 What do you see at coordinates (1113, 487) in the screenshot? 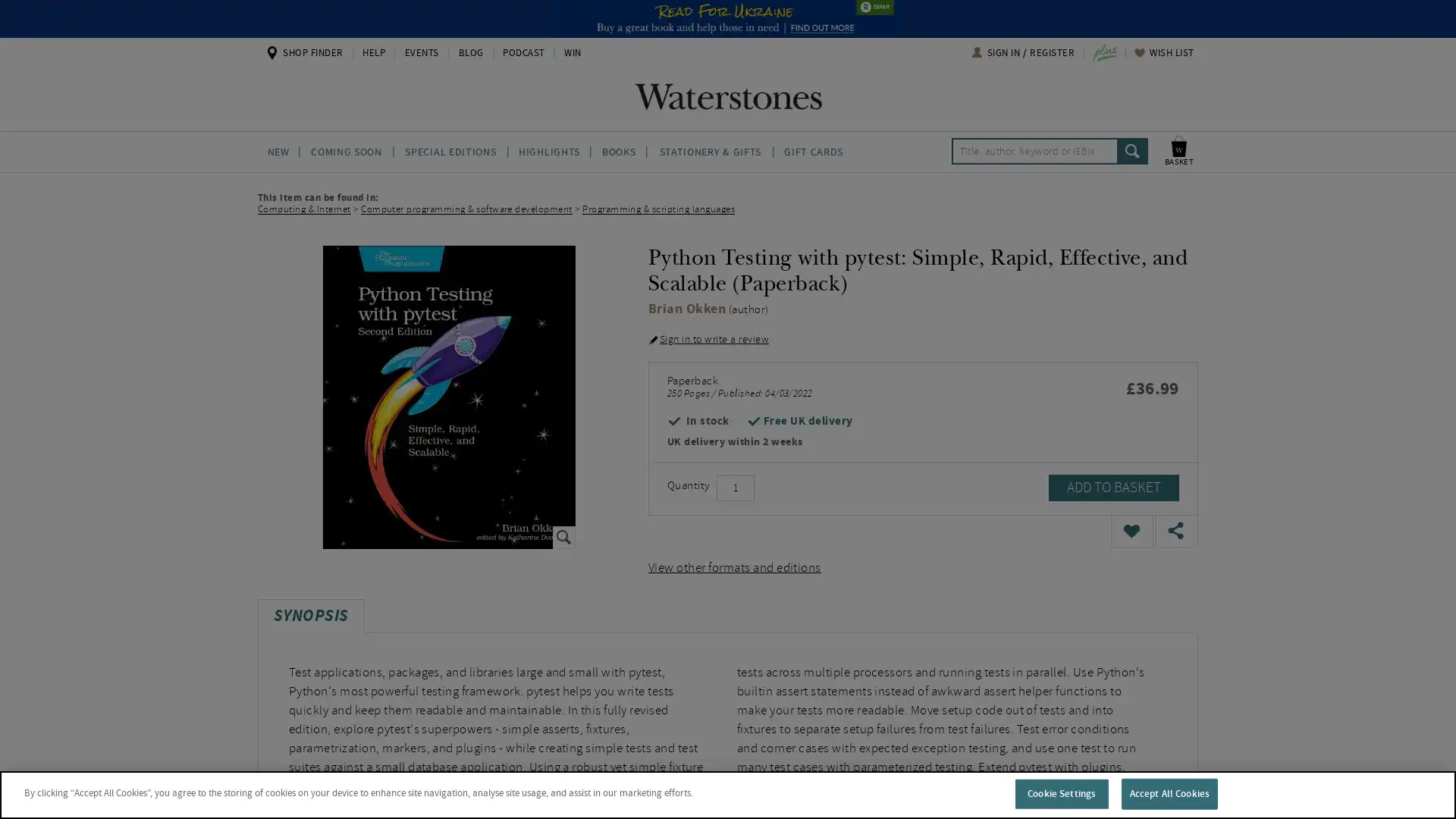
I see `ADD TO BASKET` at bounding box center [1113, 487].